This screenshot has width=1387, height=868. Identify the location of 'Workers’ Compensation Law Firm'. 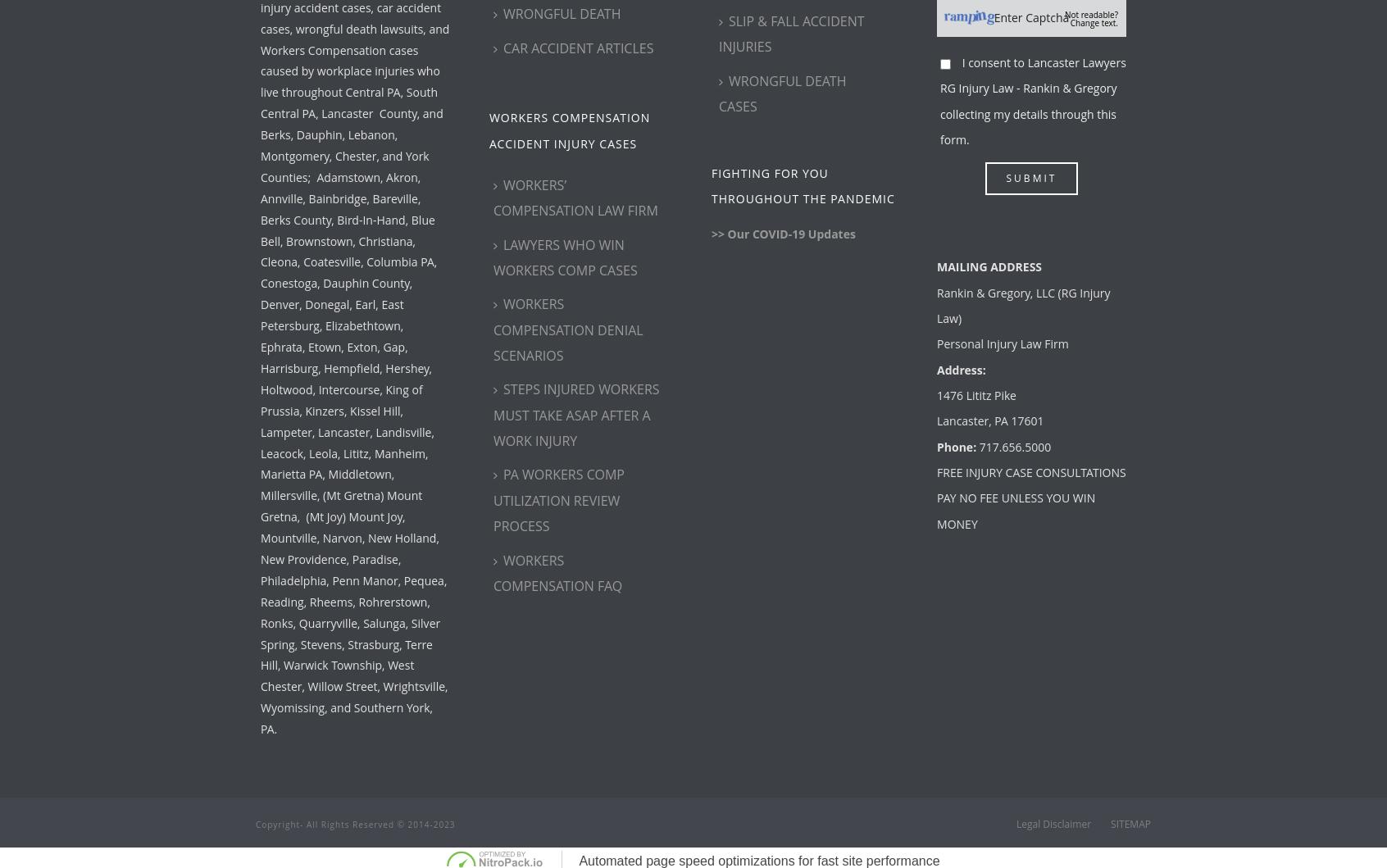
(575, 198).